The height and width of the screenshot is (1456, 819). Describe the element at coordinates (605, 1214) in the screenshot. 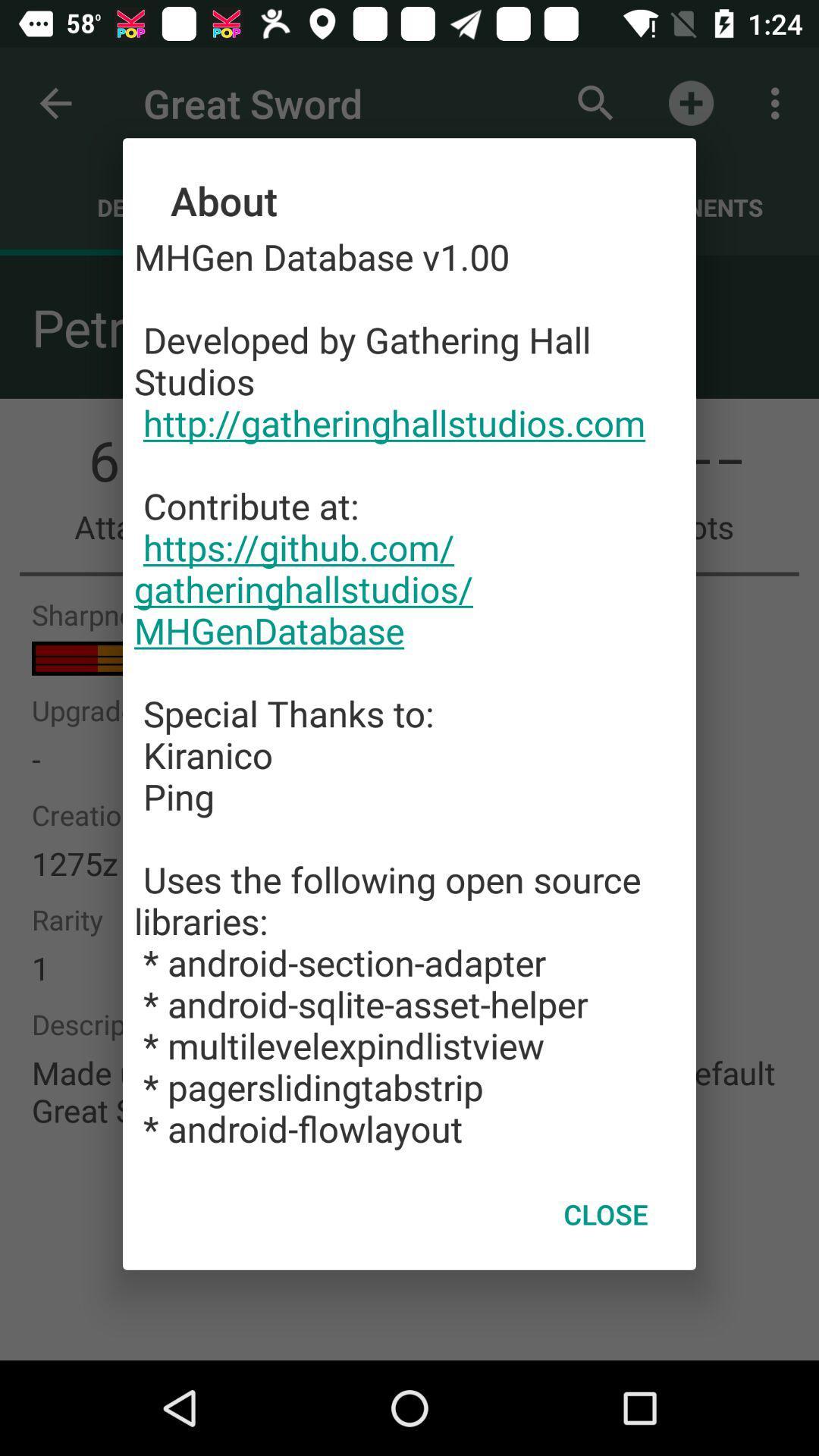

I see `icon below the mhgen database v1 app` at that location.